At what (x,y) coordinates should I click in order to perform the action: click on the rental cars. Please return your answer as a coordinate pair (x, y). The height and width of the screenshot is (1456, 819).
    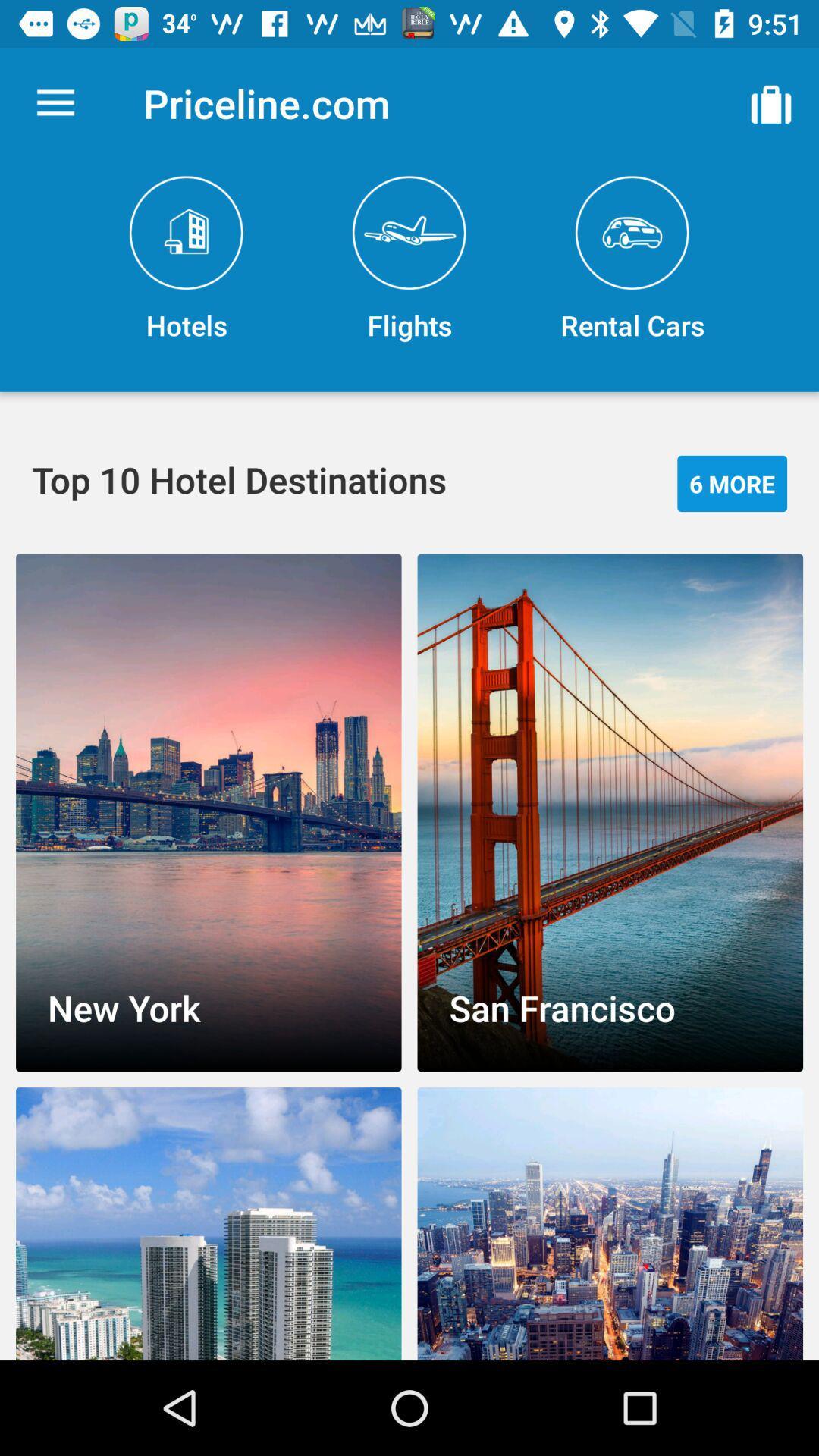
    Looking at the image, I should click on (632, 259).